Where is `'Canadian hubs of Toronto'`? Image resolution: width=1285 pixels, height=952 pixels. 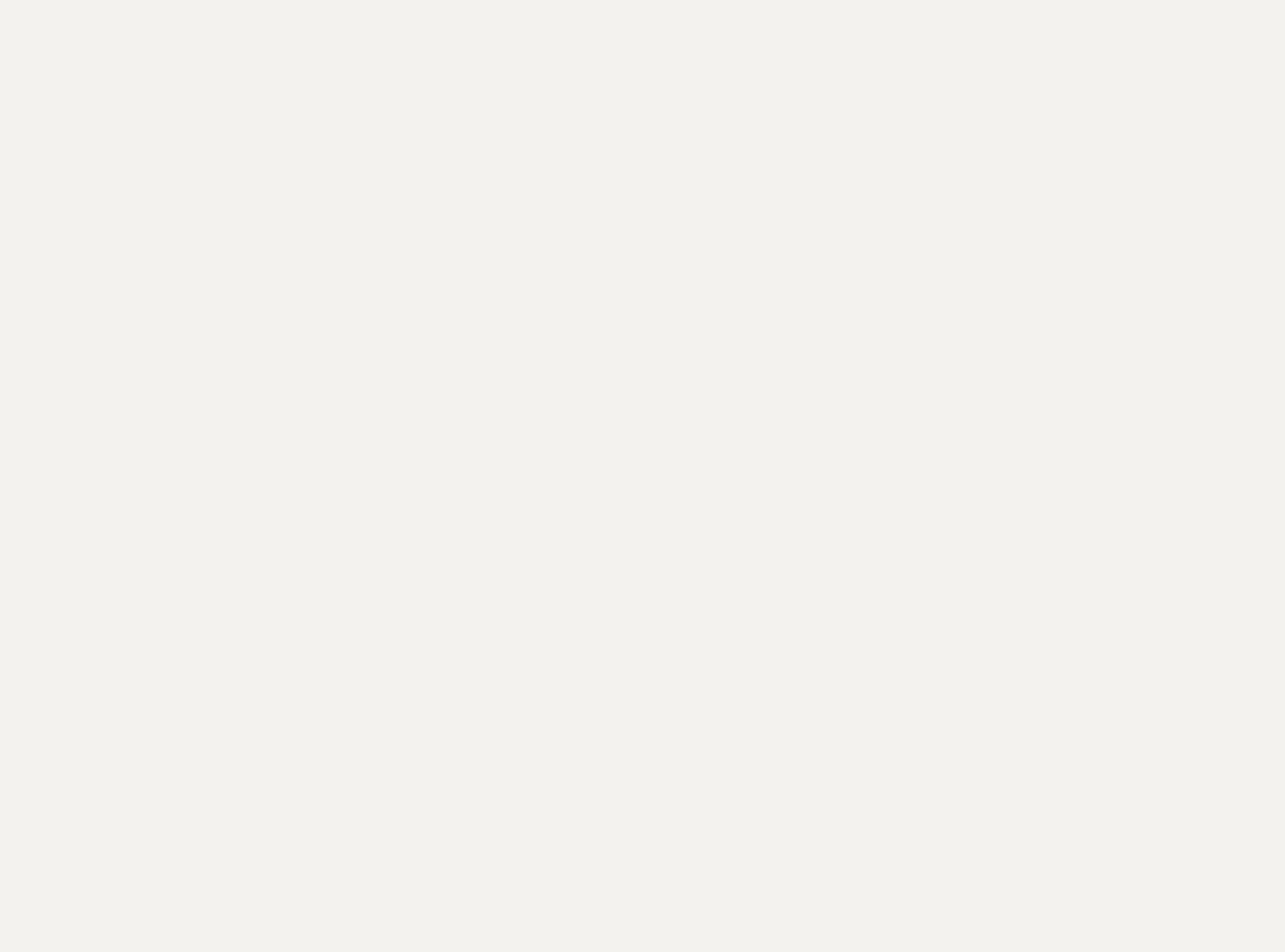
'Canadian hubs of Toronto' is located at coordinates (565, 397).